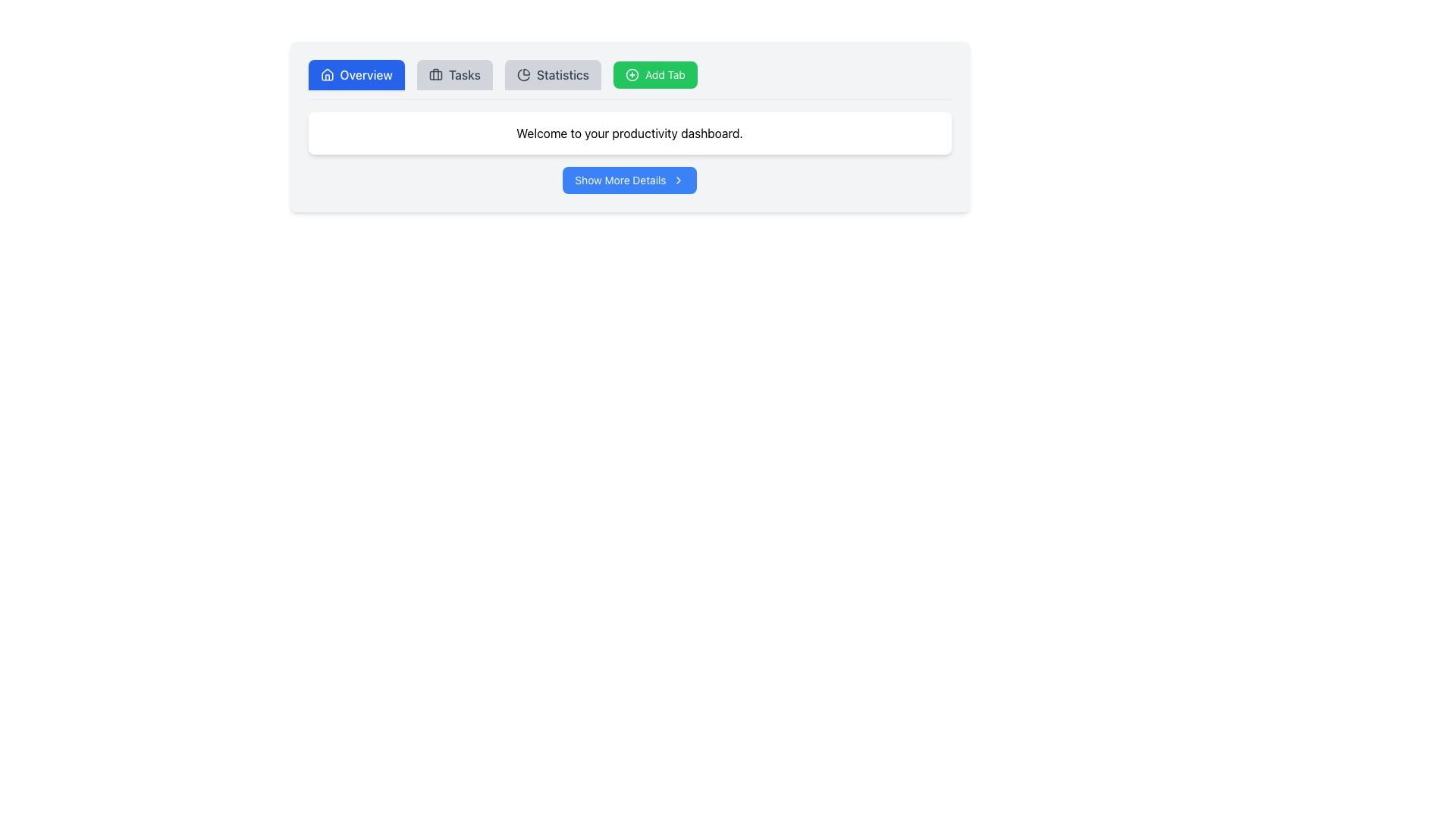  What do you see at coordinates (523, 75) in the screenshot?
I see `the circular pie-chart icon located in the top-right corner of the navigation bar` at bounding box center [523, 75].